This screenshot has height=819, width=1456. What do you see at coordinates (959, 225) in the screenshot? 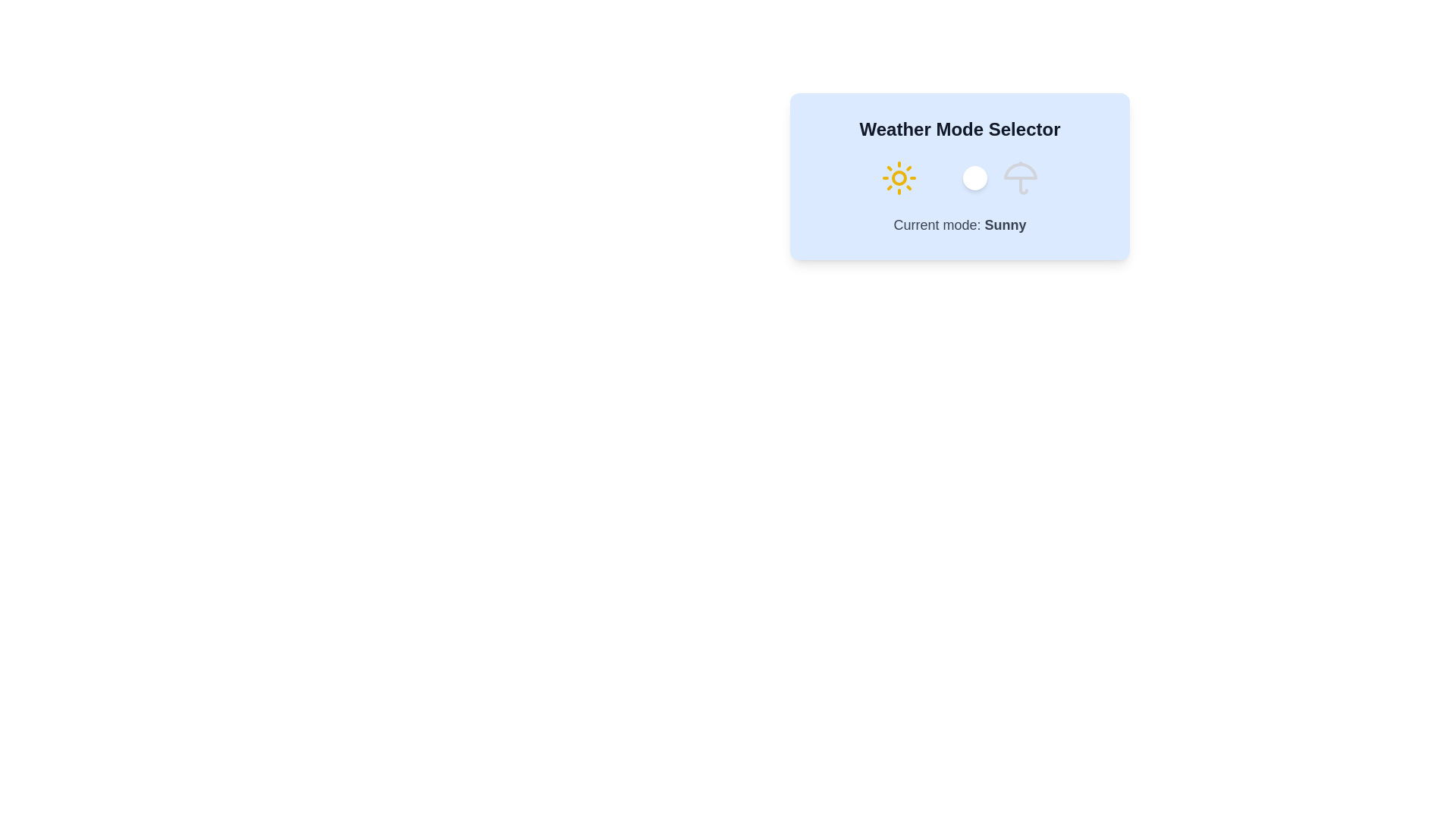
I see `static text label displaying 'Current mode: Sunny', which is centrally aligned within the 'Weather Mode Selector' panel` at bounding box center [959, 225].